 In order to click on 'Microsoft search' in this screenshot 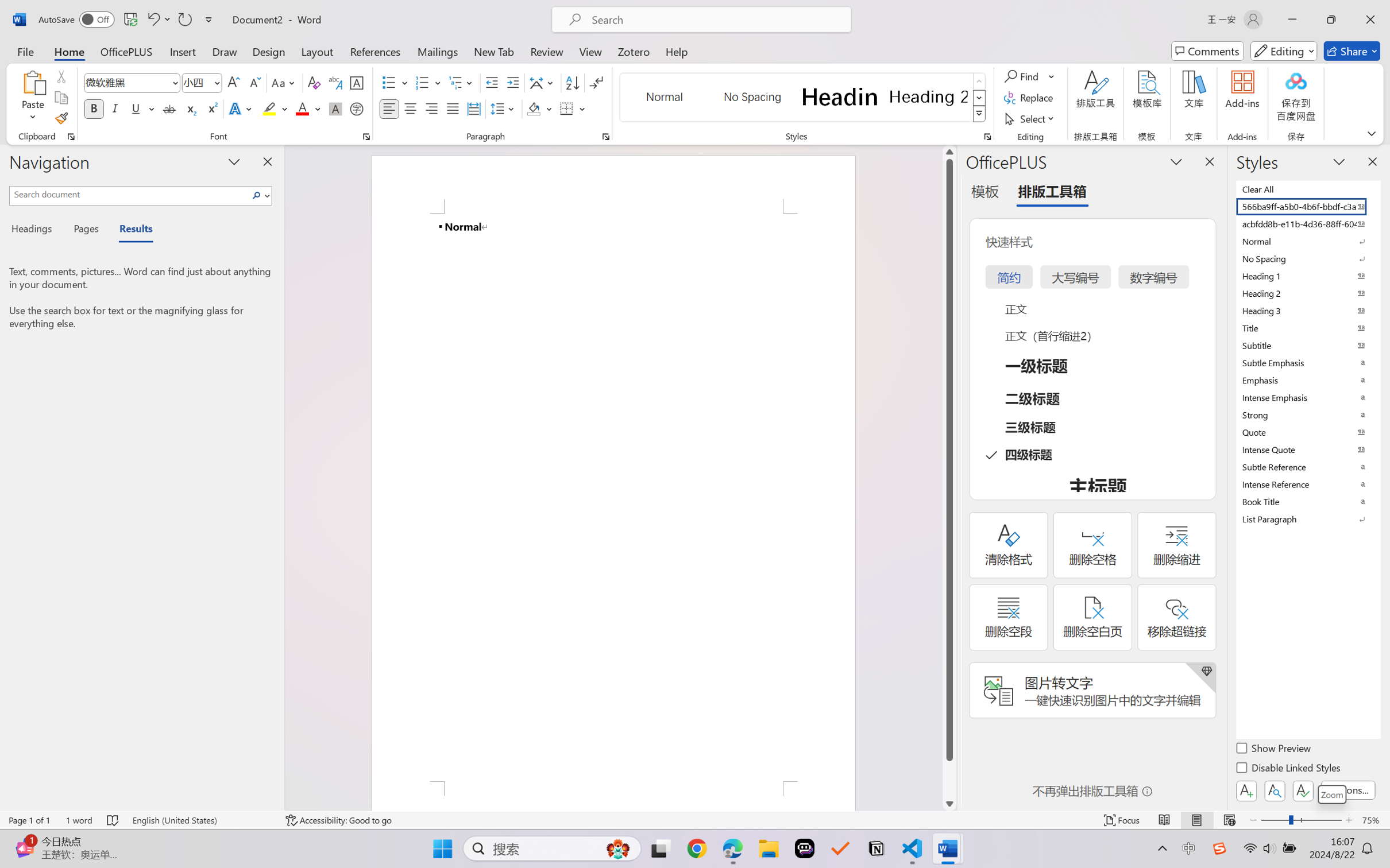, I will do `click(716, 19)`.